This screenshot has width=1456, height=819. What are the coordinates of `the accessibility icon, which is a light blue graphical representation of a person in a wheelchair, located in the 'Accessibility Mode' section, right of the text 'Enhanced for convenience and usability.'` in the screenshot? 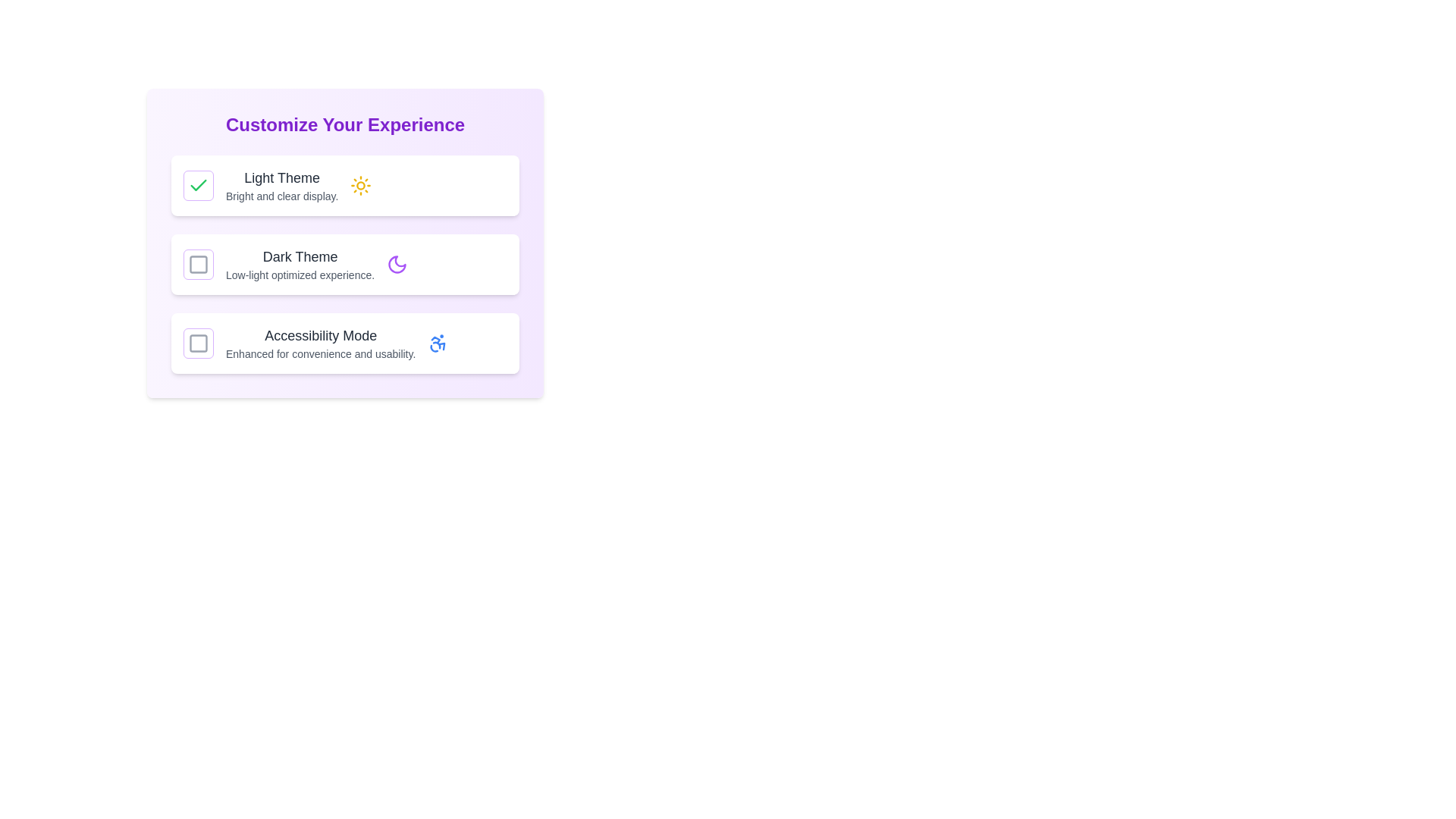 It's located at (438, 343).